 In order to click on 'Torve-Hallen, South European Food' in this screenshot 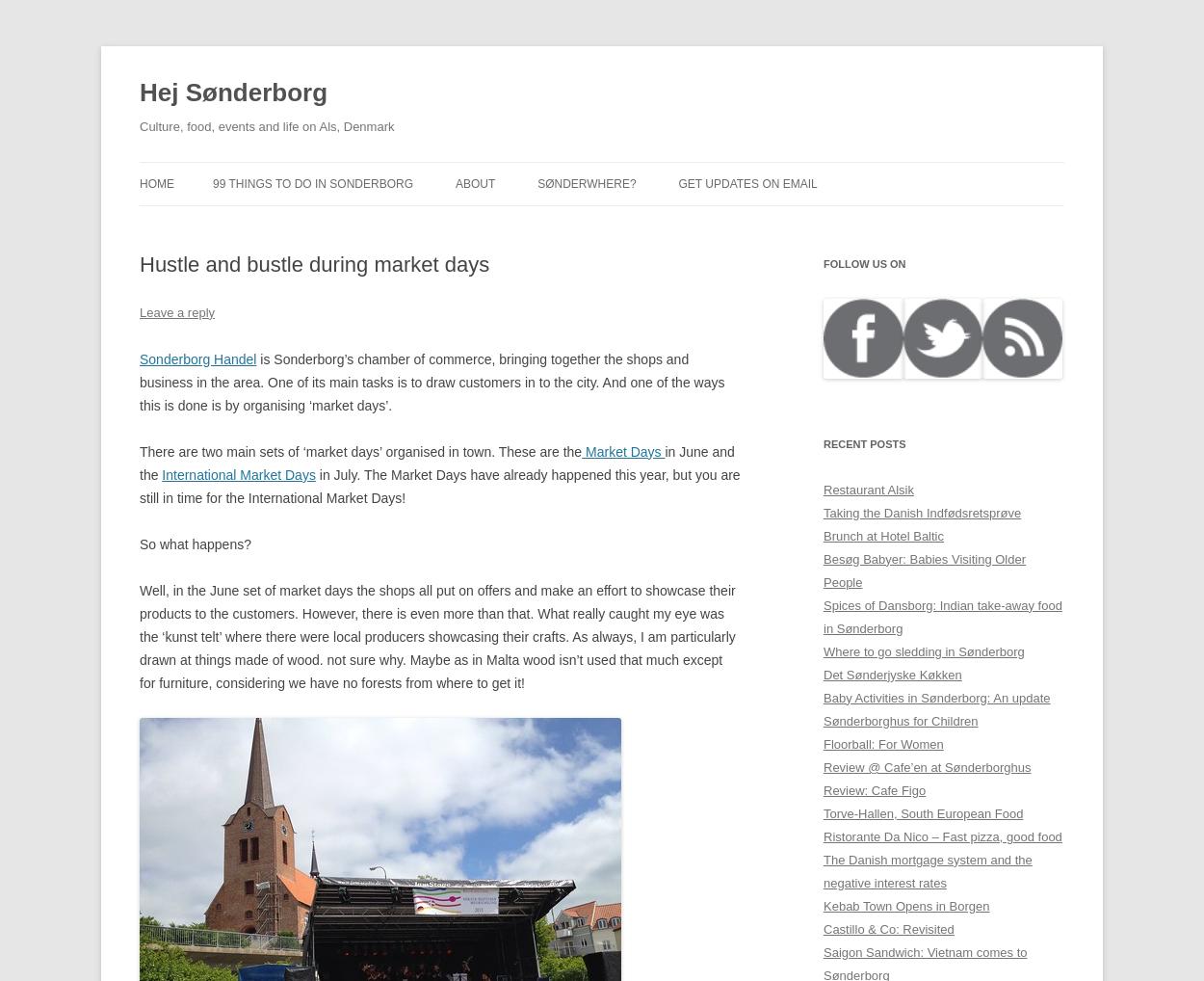, I will do `click(922, 811)`.